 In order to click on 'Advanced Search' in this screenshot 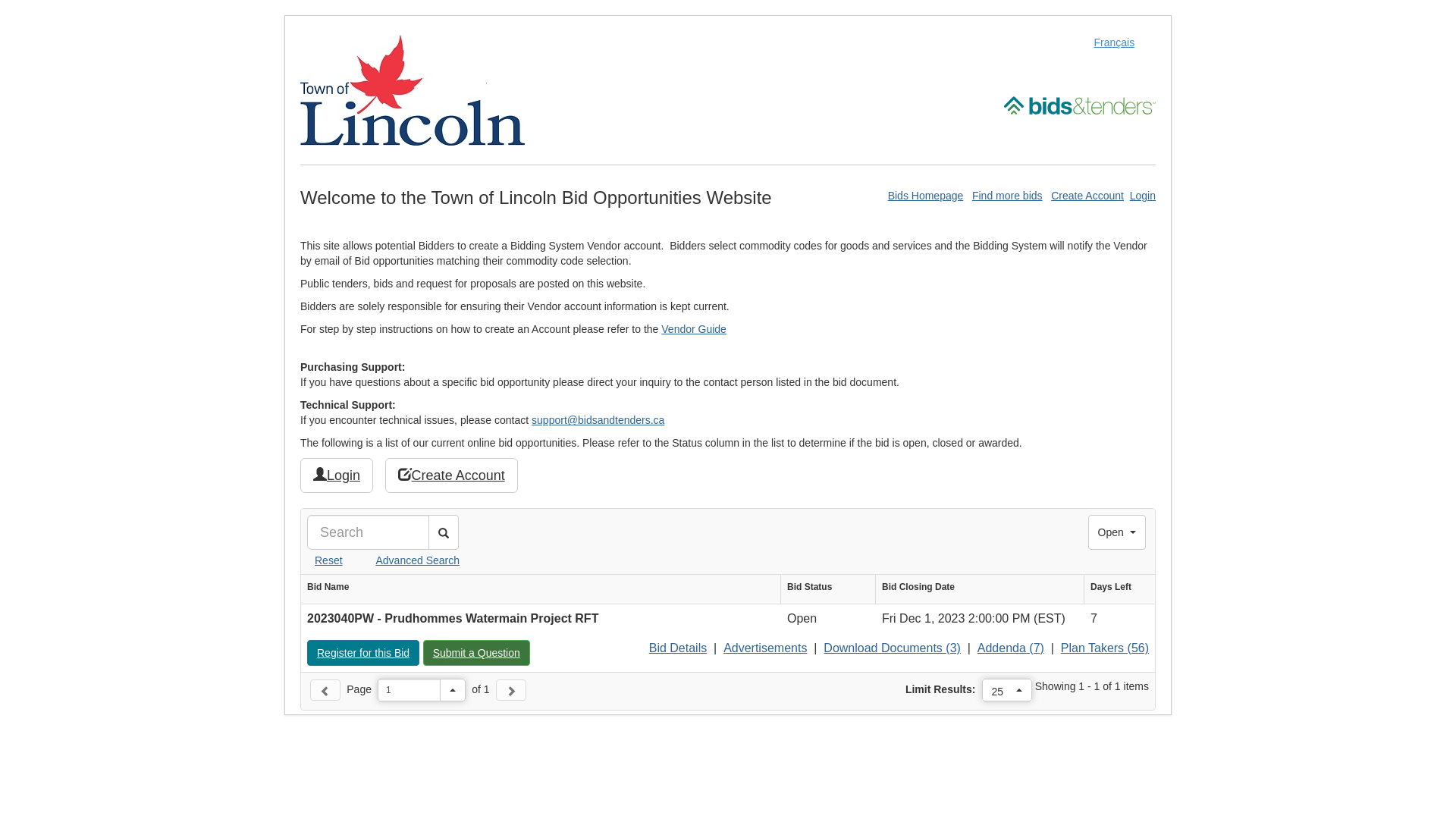, I will do `click(344, 560)`.